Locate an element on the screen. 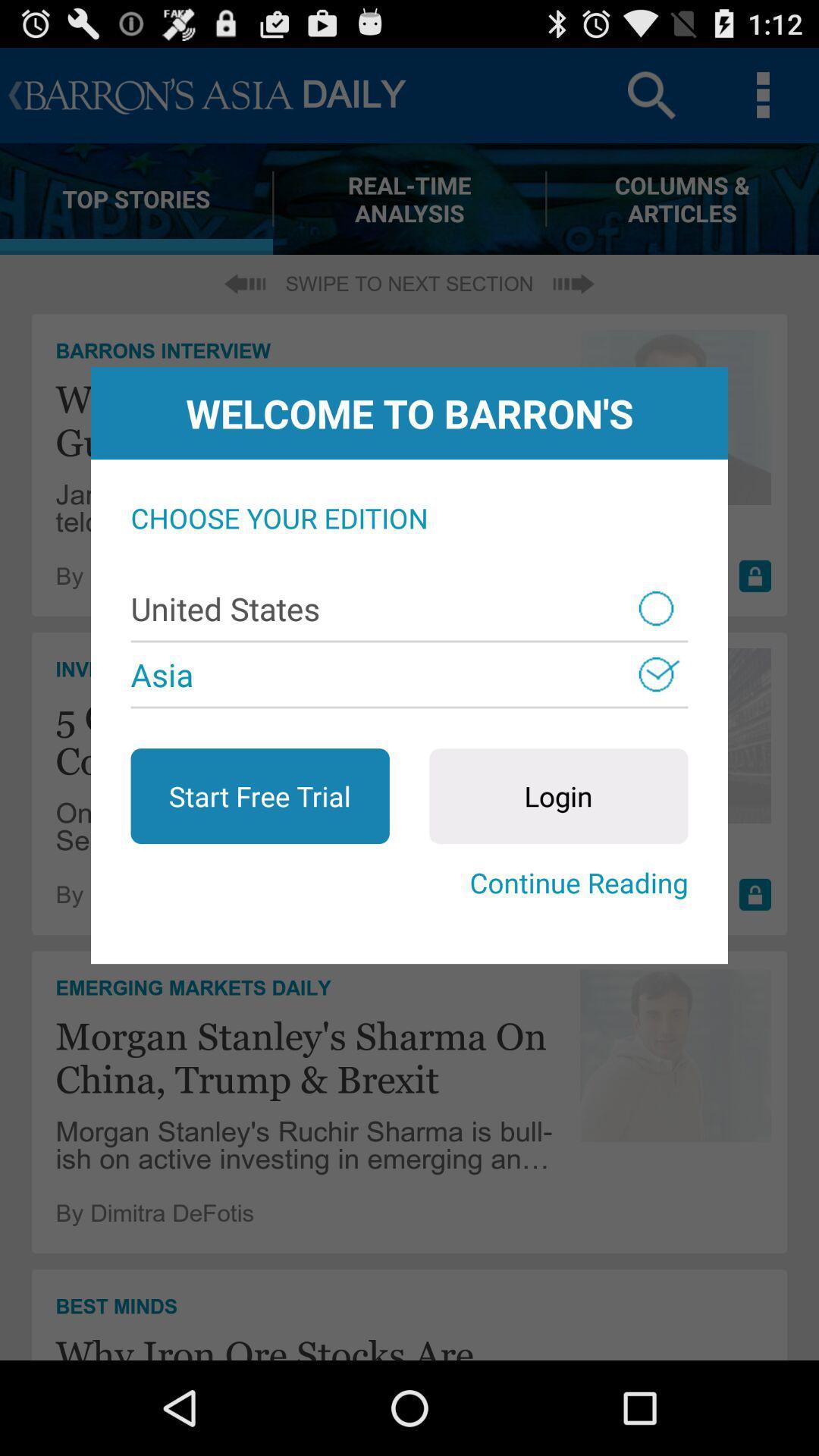 The height and width of the screenshot is (1456, 819). the login is located at coordinates (558, 795).